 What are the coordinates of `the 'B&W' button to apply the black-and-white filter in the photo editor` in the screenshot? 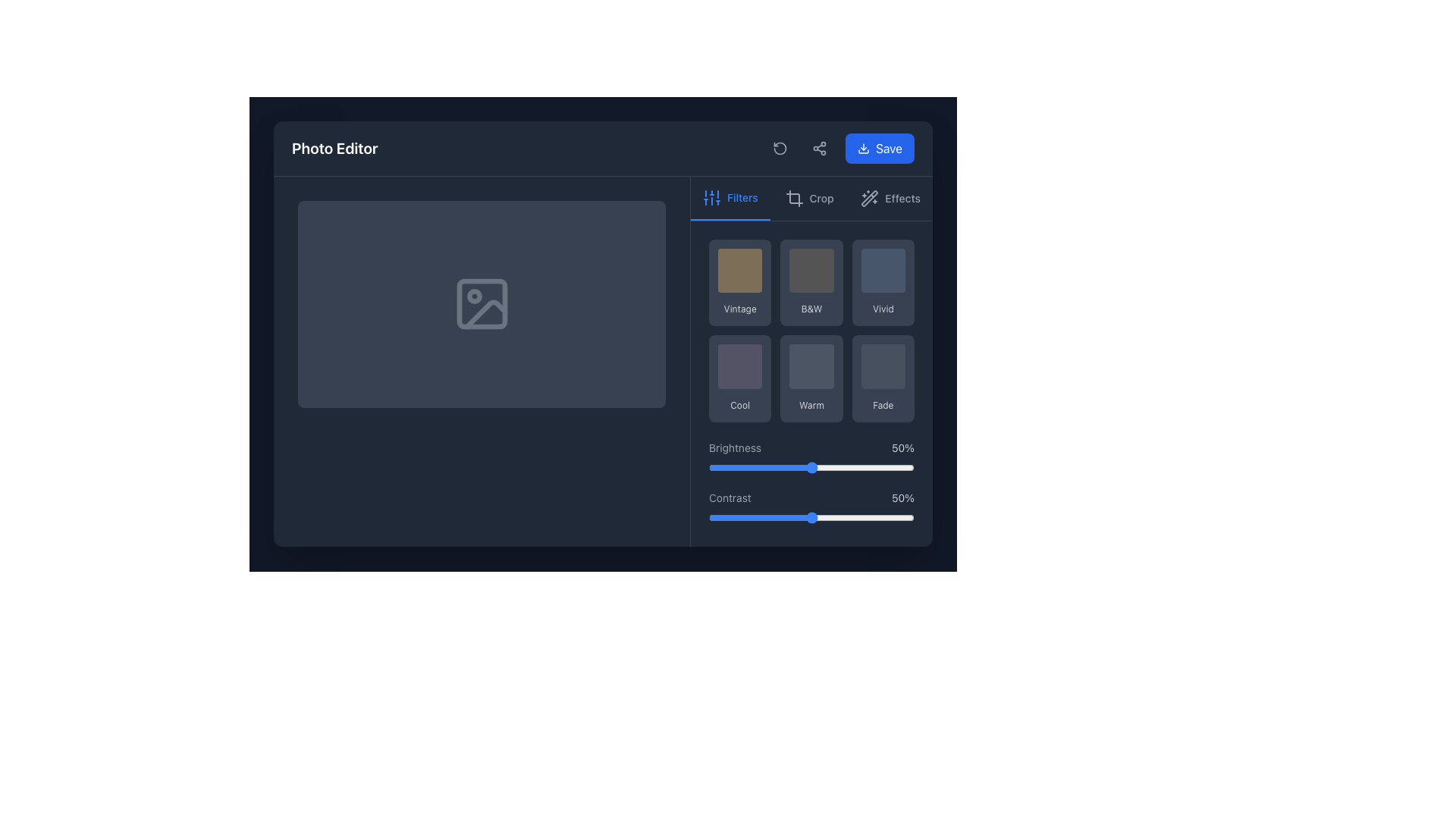 It's located at (811, 283).